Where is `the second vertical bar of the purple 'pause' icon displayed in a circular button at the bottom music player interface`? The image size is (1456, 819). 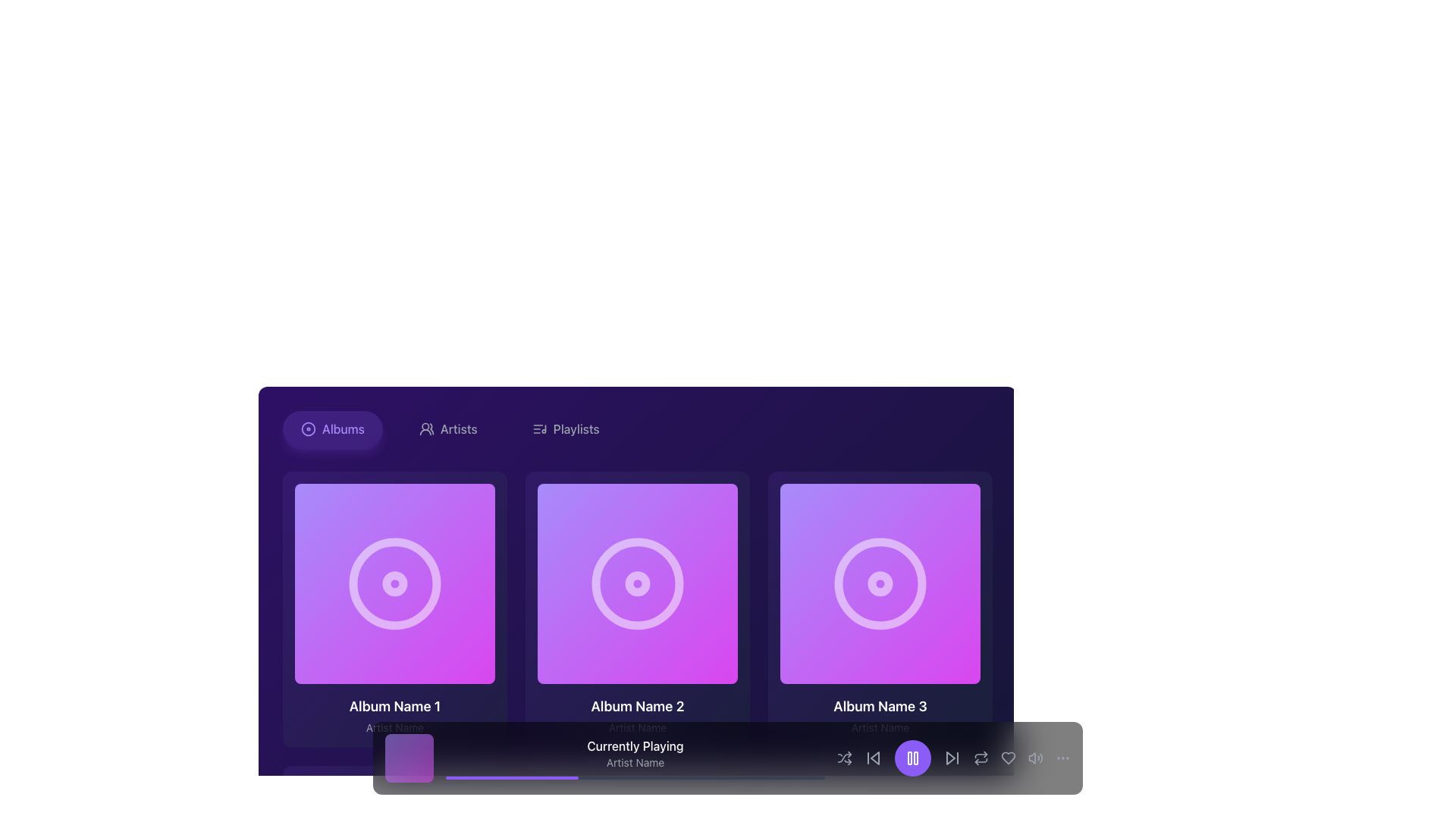 the second vertical bar of the purple 'pause' icon displayed in a circular button at the bottom music player interface is located at coordinates (915, 758).